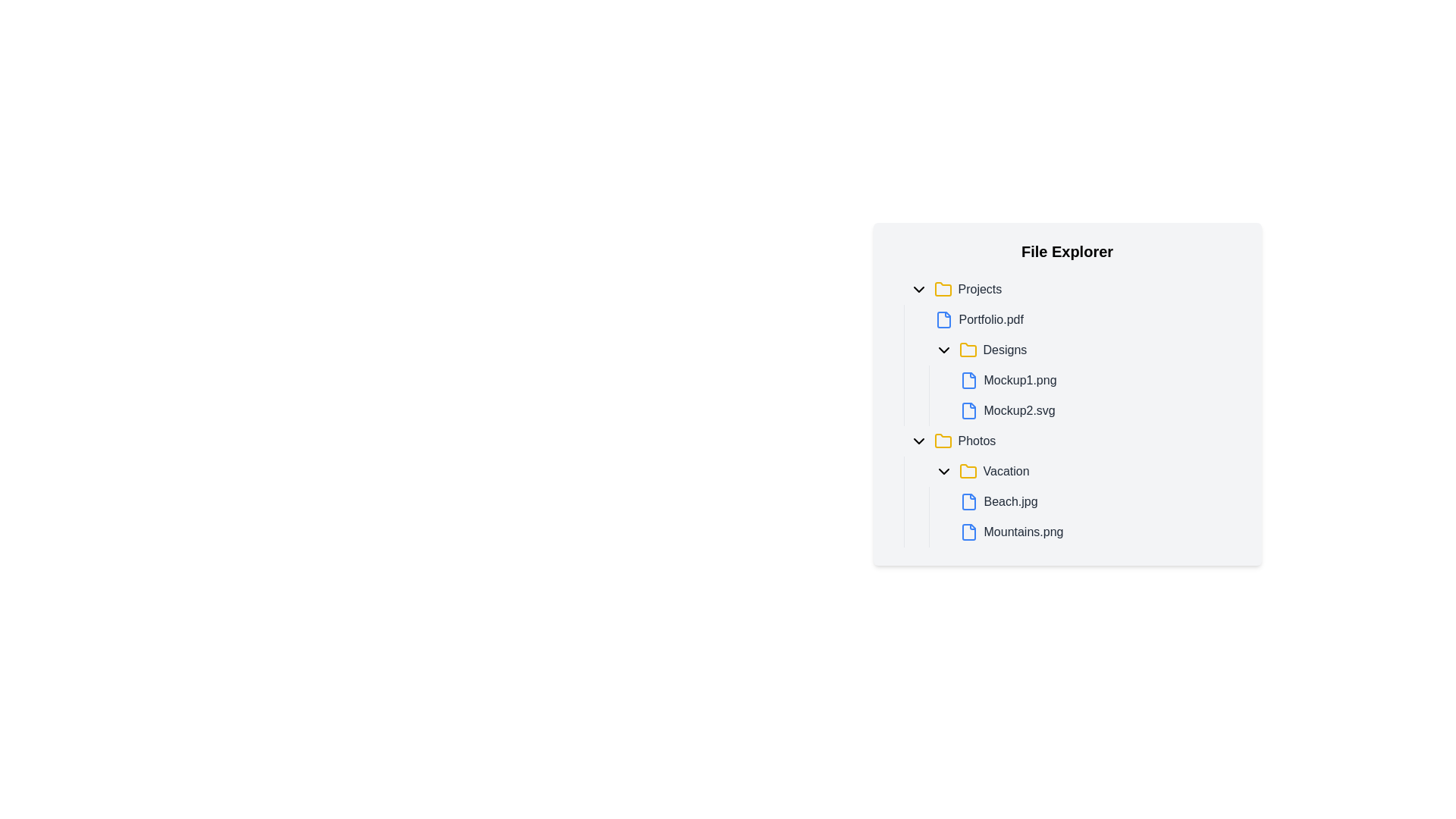 The image size is (1456, 819). I want to click on the Dropdown arrow (chevron) icon next to the 'Vacation' text, so click(943, 470).